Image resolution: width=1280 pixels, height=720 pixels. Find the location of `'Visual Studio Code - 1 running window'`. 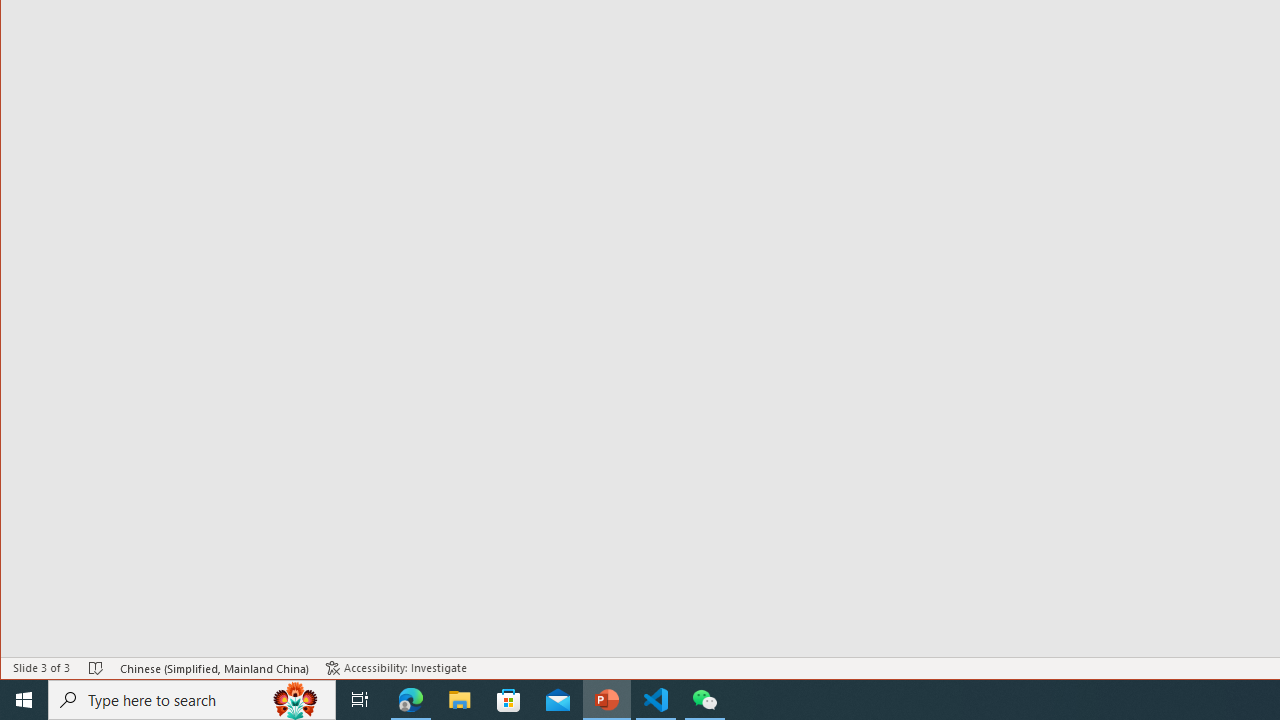

'Visual Studio Code - 1 running window' is located at coordinates (656, 698).